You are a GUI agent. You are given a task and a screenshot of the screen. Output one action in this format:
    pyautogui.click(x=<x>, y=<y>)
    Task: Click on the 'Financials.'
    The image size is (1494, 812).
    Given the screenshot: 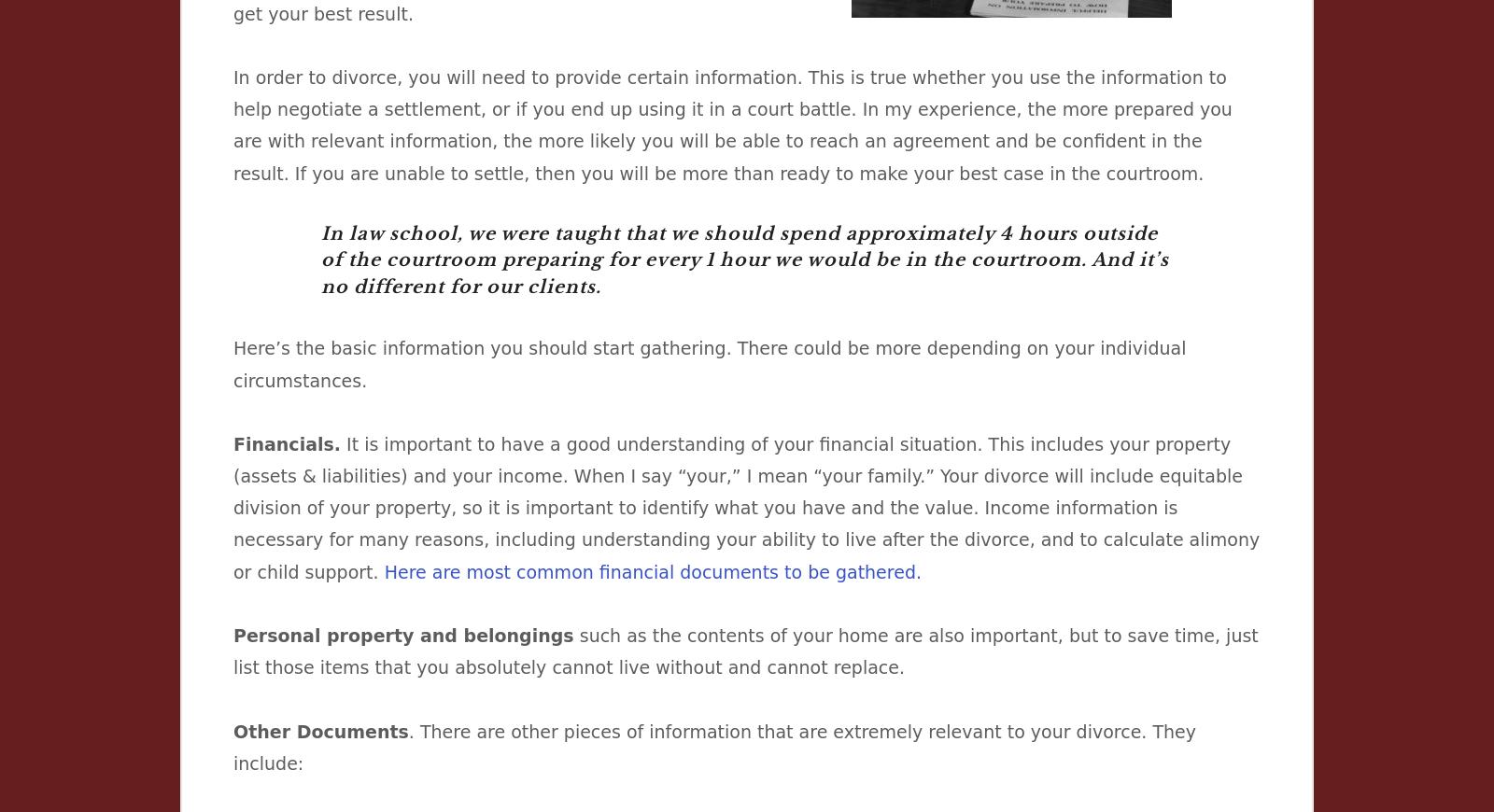 What is the action you would take?
    pyautogui.click(x=233, y=442)
    